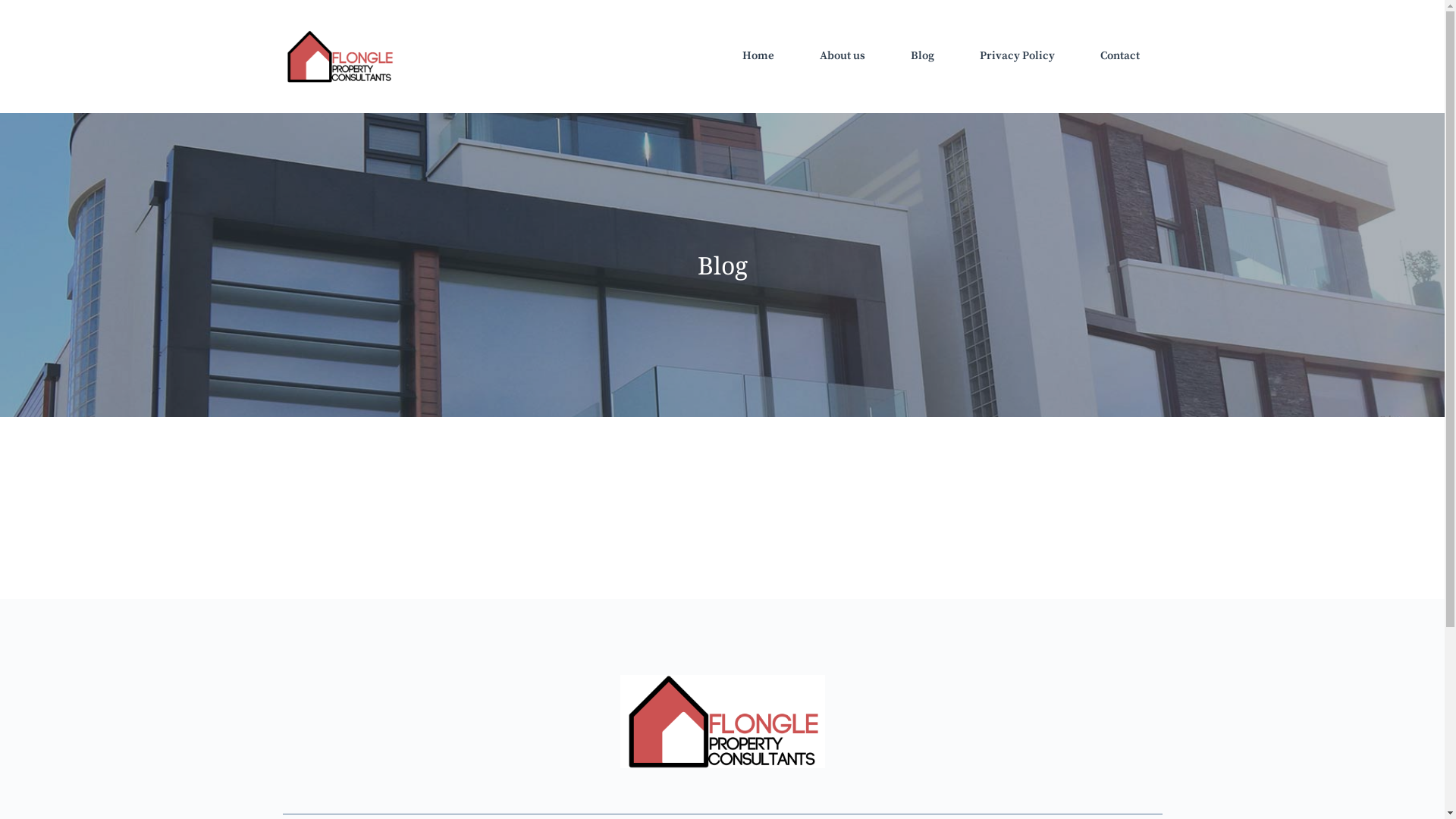 The height and width of the screenshot is (819, 1456). What do you see at coordinates (1119, 55) in the screenshot?
I see `'Contact'` at bounding box center [1119, 55].